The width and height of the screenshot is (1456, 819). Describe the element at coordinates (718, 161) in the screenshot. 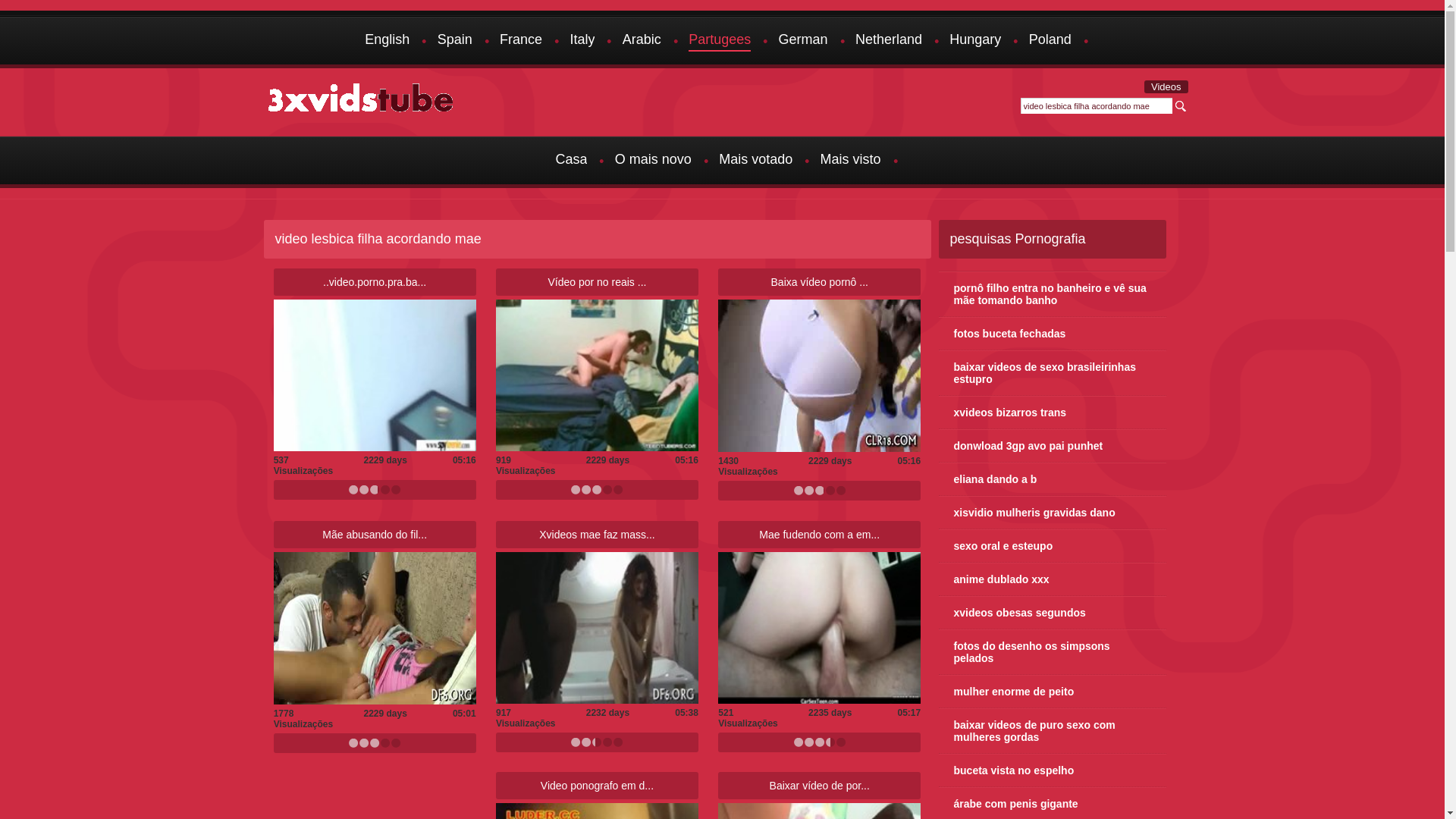

I see `'Mais votado'` at that location.